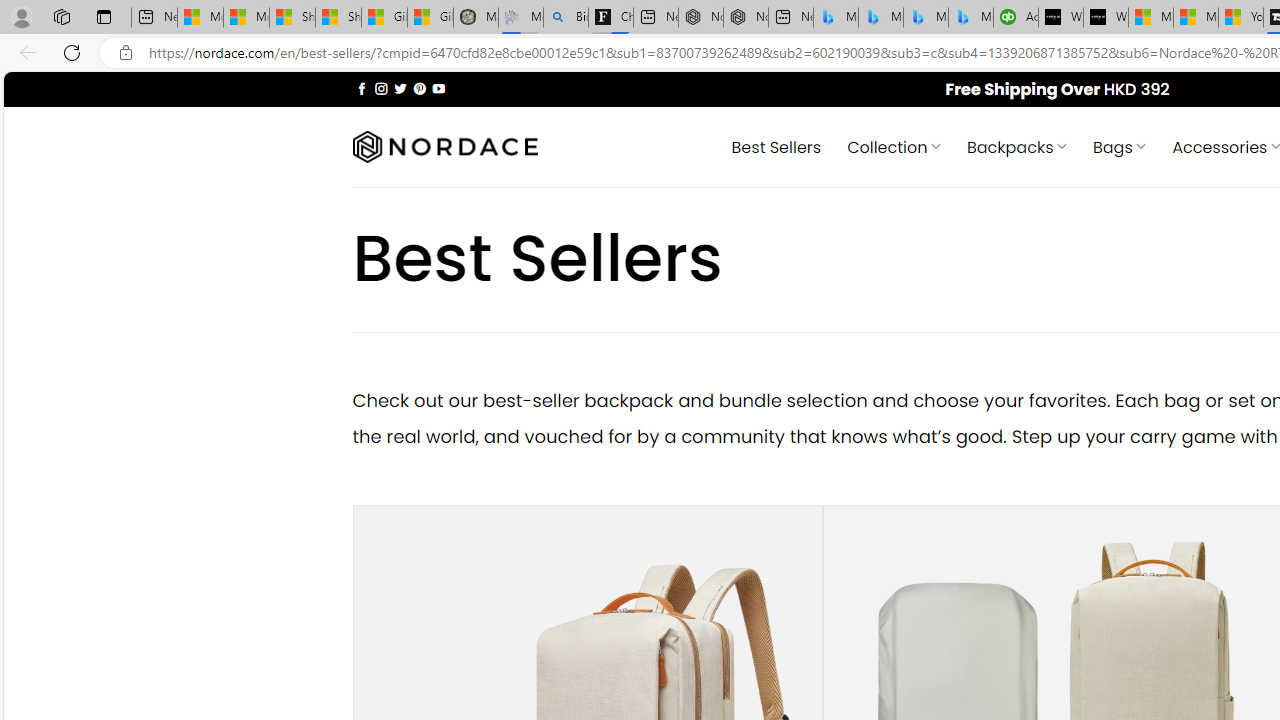 This screenshot has height=720, width=1280. What do you see at coordinates (745, 17) in the screenshot?
I see `'Nordace - #1 Japanese Best-Seller - Siena Smart Backpack'` at bounding box center [745, 17].